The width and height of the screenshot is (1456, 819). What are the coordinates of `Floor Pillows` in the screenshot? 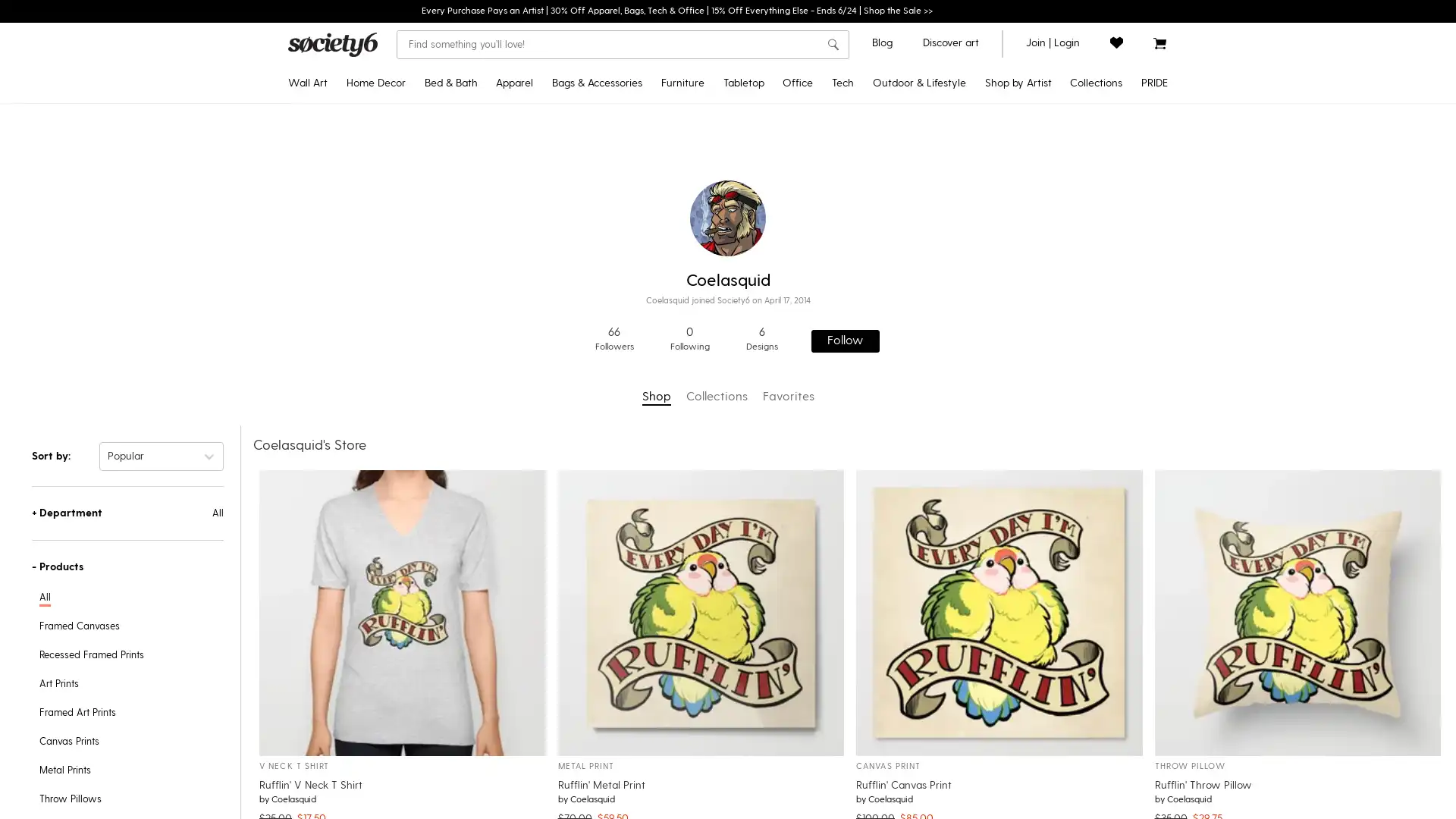 It's located at (404, 194).